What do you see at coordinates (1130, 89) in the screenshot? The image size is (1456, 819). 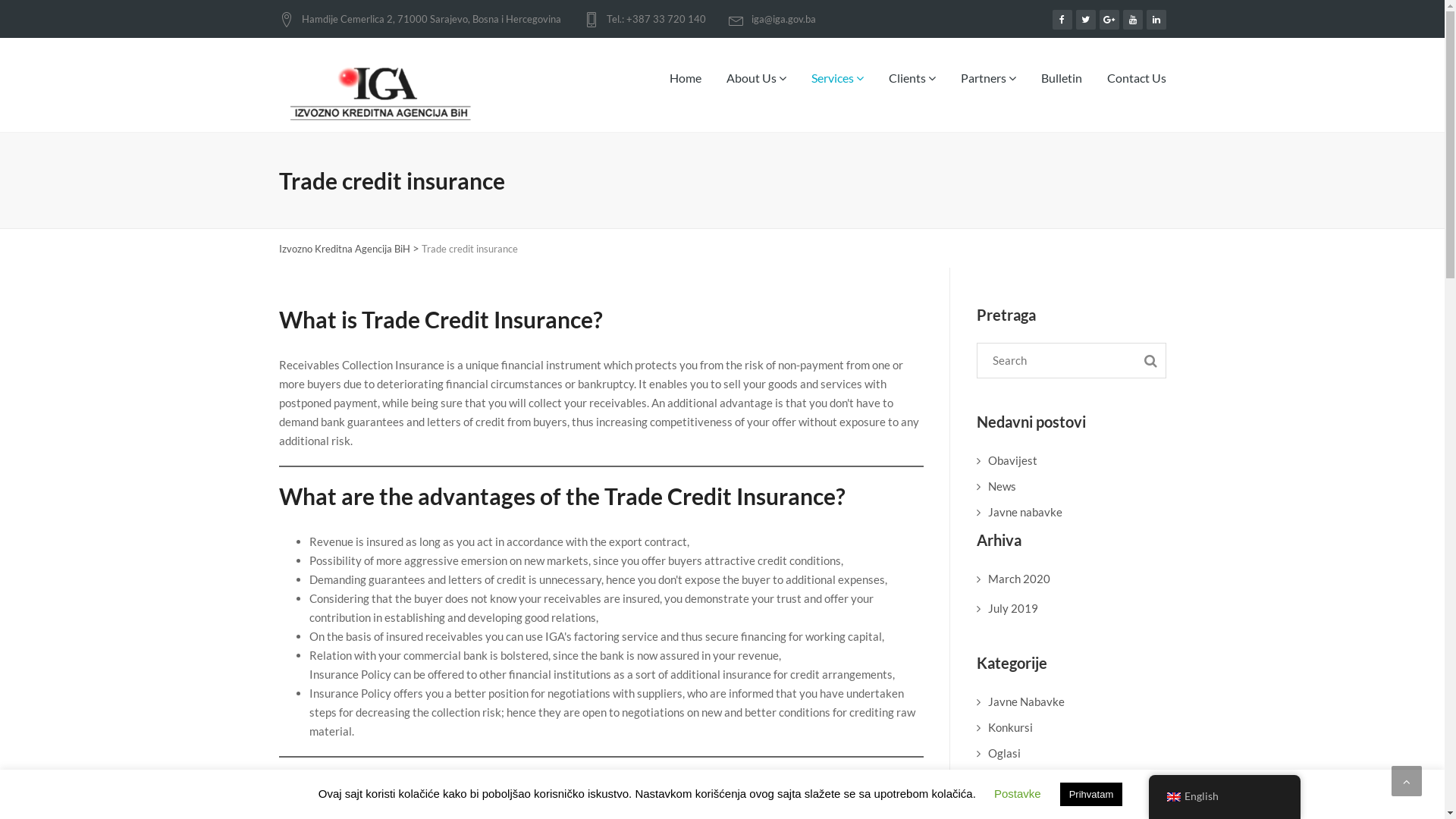 I see `'Contact Us'` at bounding box center [1130, 89].